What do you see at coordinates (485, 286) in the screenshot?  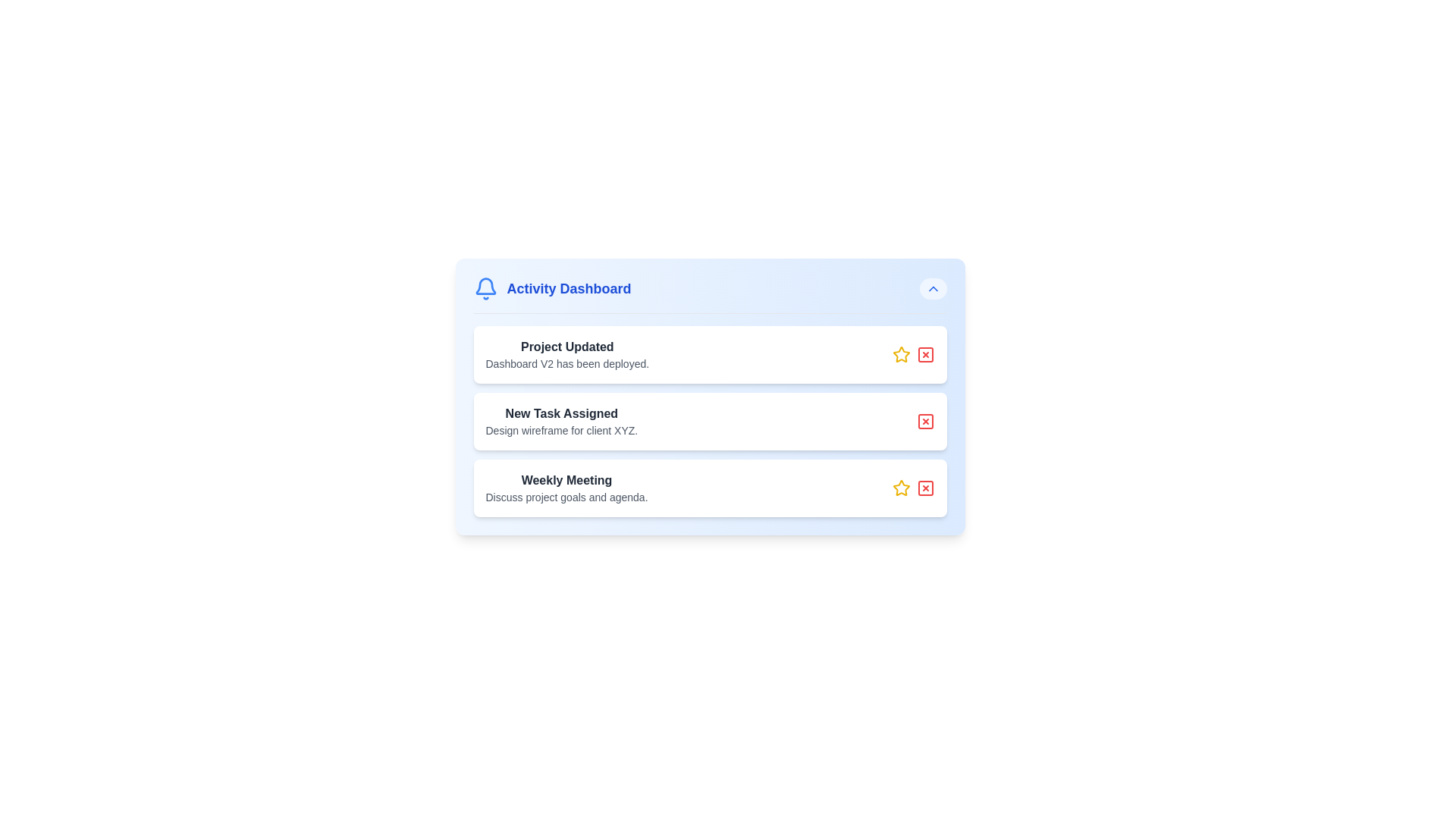 I see `the notification icon, which is an outline of a bell shape with a blue border, located in the top-left corner of the 'Activity Dashboard' card` at bounding box center [485, 286].